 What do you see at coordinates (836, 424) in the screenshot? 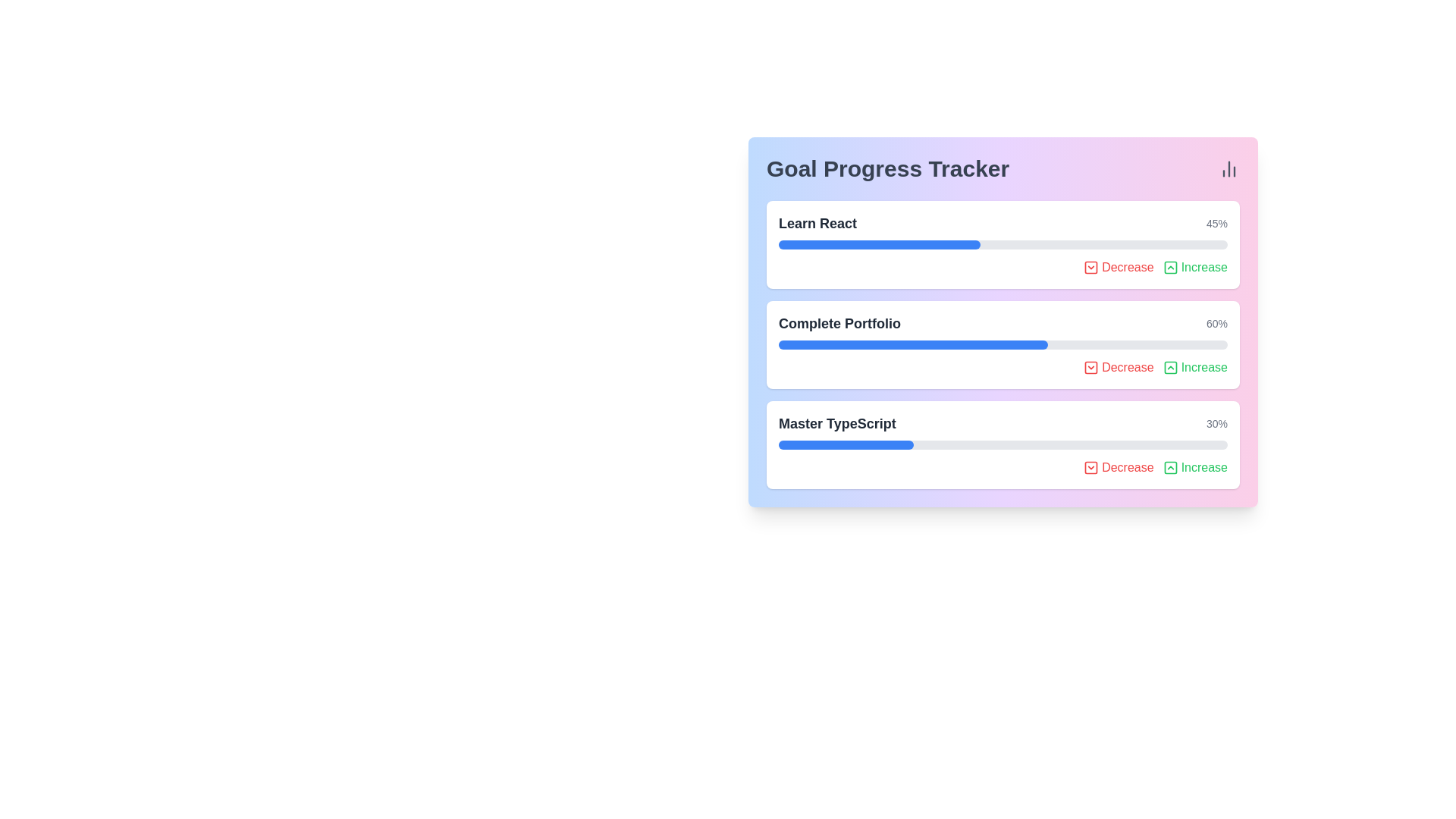
I see `the text label indicating the name of the progress tracker task, 'Master TypeScript', located in the bottom section of the list of labeled progress trackers` at bounding box center [836, 424].